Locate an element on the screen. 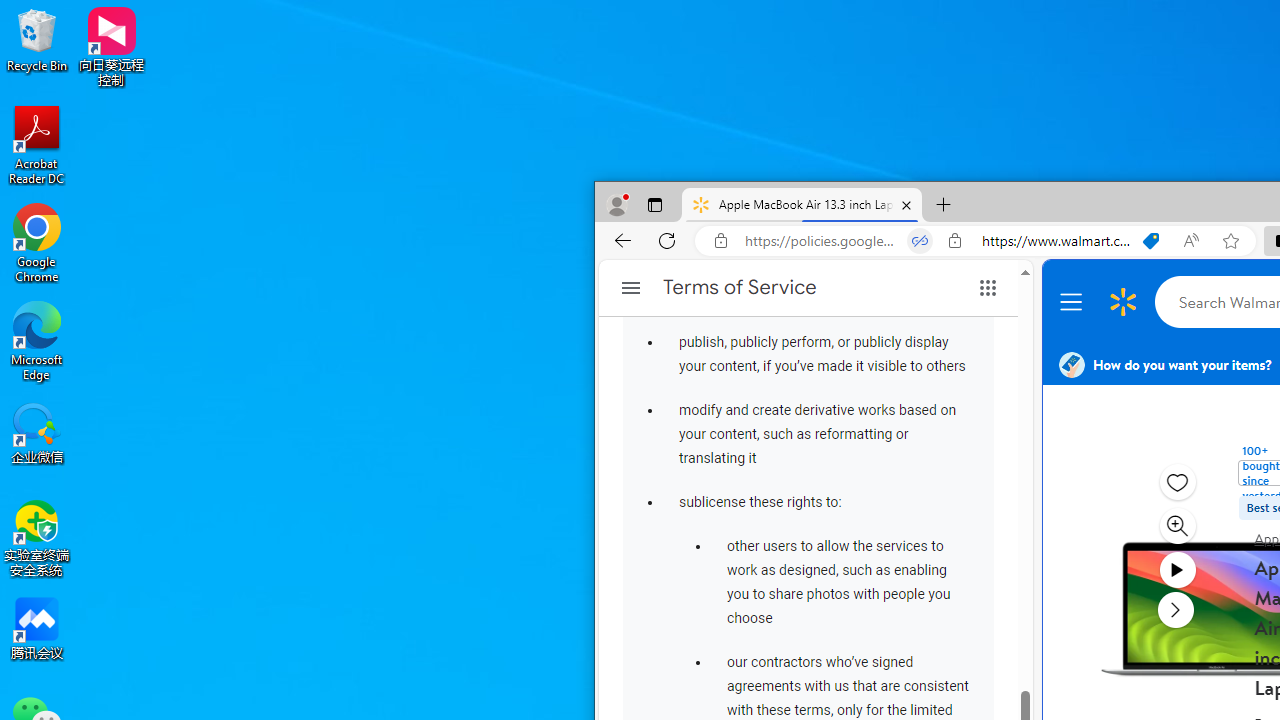  'Menu' is located at coordinates (1073, 302).